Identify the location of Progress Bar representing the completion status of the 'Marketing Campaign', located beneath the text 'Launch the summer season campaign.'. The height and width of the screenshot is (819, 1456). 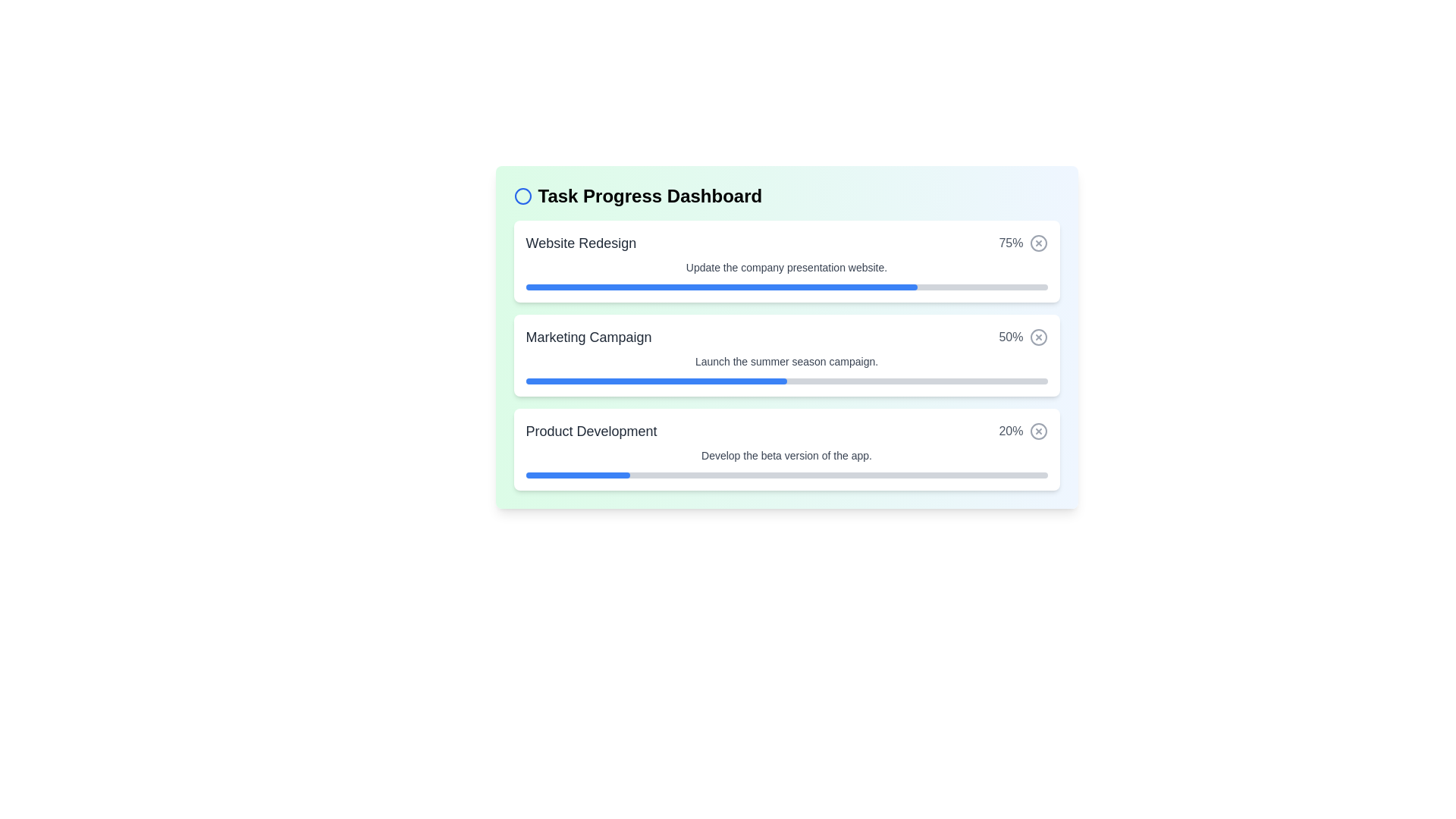
(786, 380).